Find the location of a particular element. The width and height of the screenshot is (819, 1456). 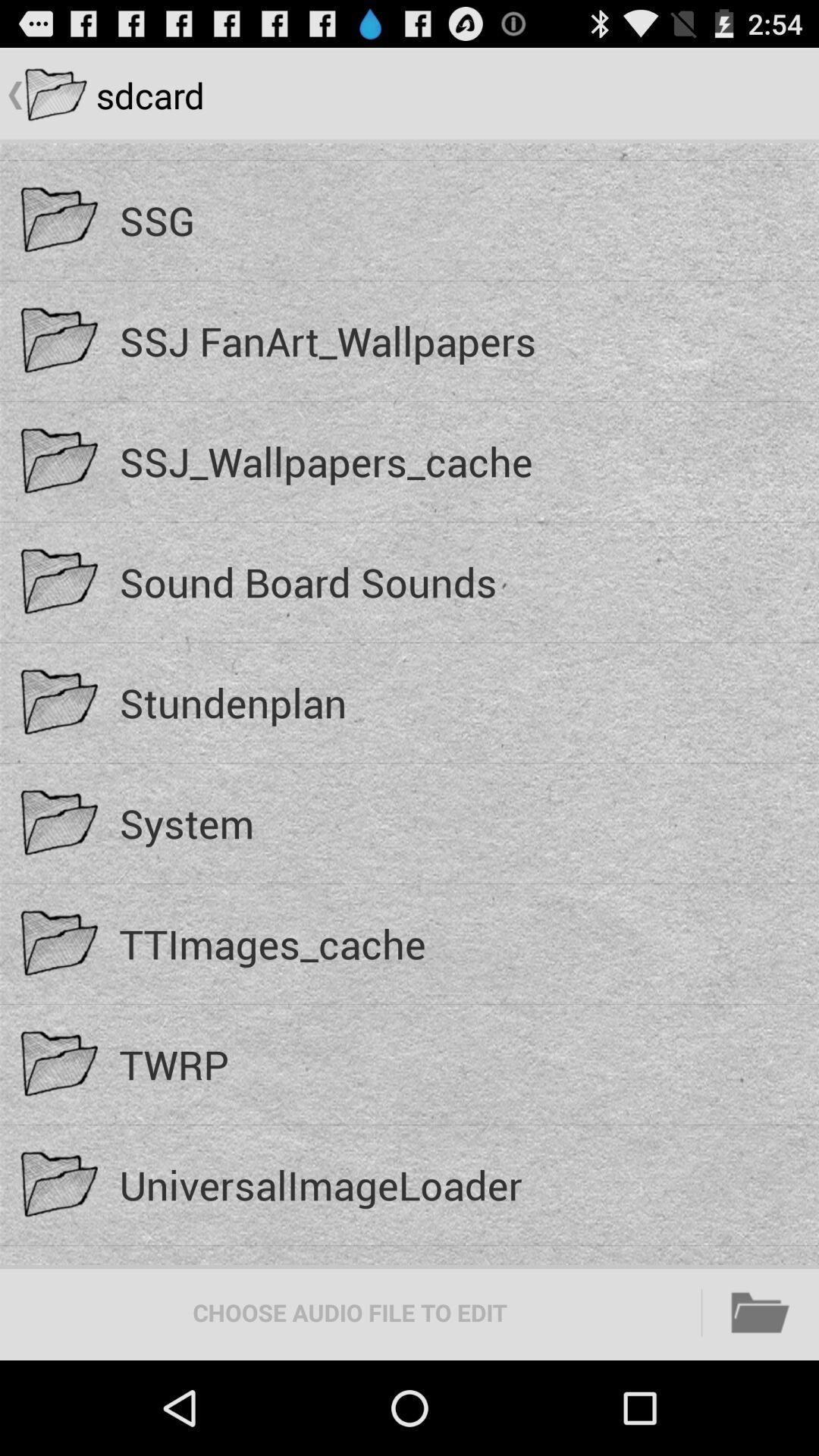

the choose audio file icon is located at coordinates (350, 1312).